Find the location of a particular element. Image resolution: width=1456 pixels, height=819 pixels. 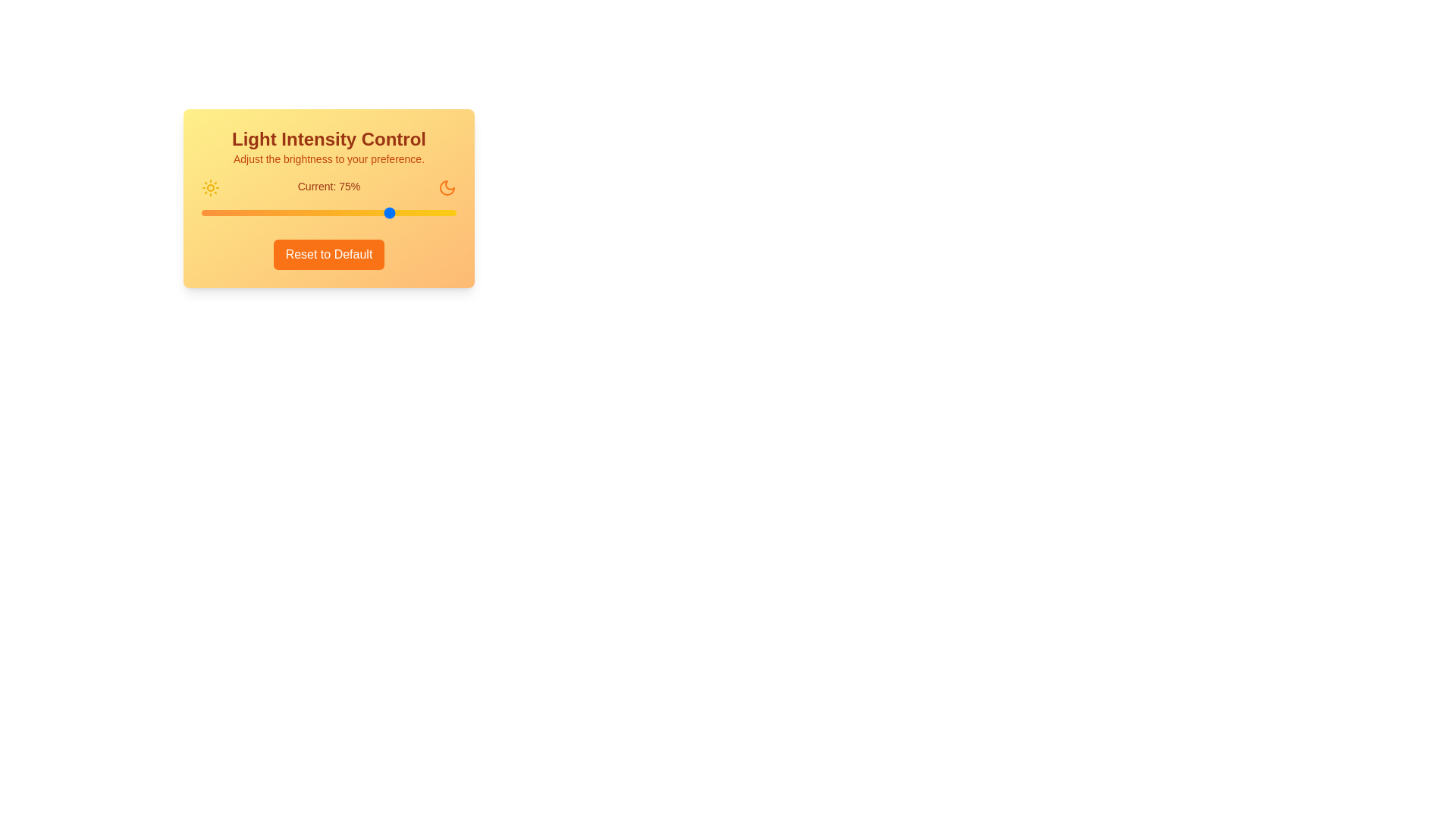

the light intensity to 19% by interacting with the slider is located at coordinates (249, 213).